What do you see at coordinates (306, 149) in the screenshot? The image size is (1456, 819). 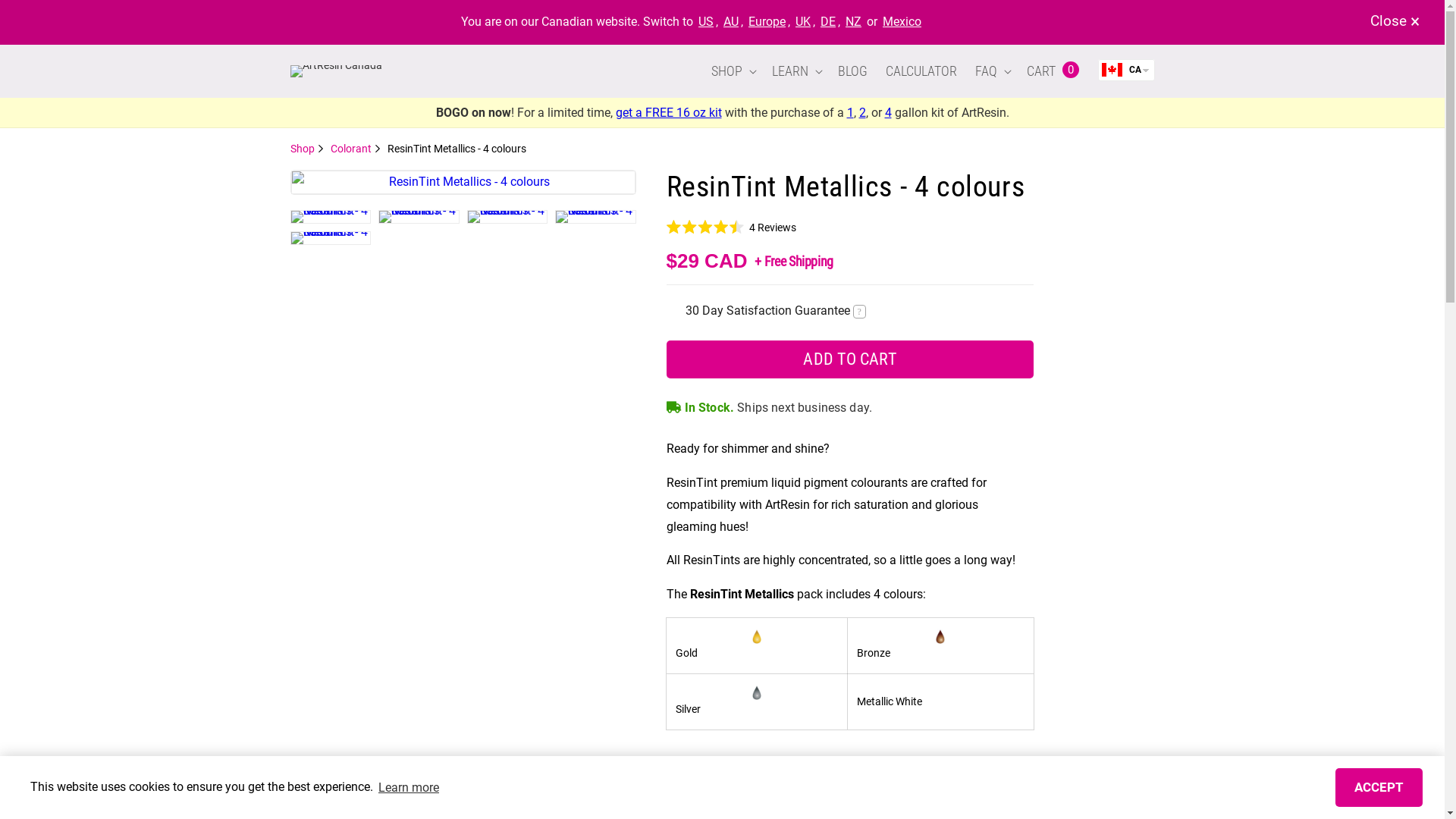 I see `'Shop'` at bounding box center [306, 149].